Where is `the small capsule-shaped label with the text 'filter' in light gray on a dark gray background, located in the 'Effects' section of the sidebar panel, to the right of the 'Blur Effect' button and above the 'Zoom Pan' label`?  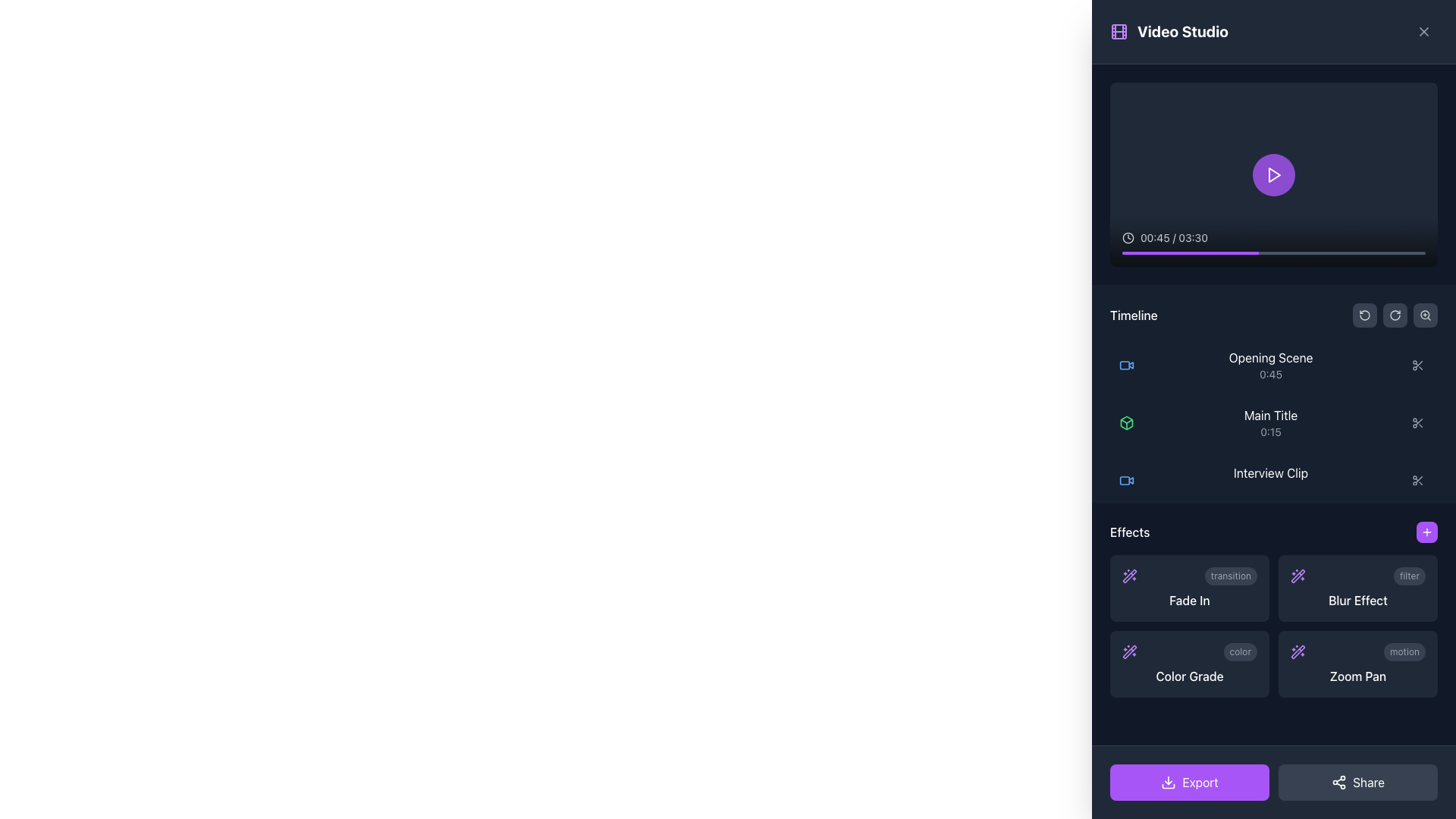
the small capsule-shaped label with the text 'filter' in light gray on a dark gray background, located in the 'Effects' section of the sidebar panel, to the right of the 'Blur Effect' button and above the 'Zoom Pan' label is located at coordinates (1408, 576).